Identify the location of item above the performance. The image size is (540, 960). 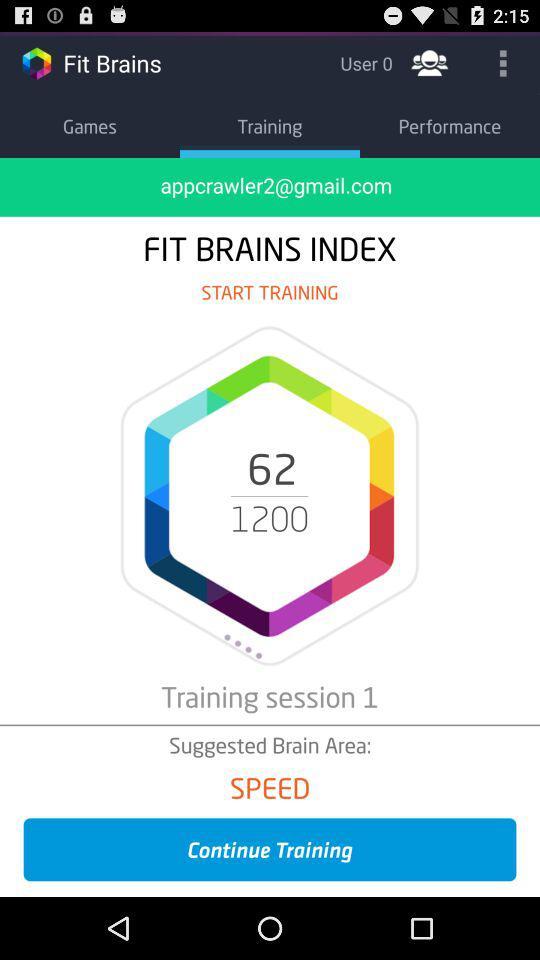
(428, 62).